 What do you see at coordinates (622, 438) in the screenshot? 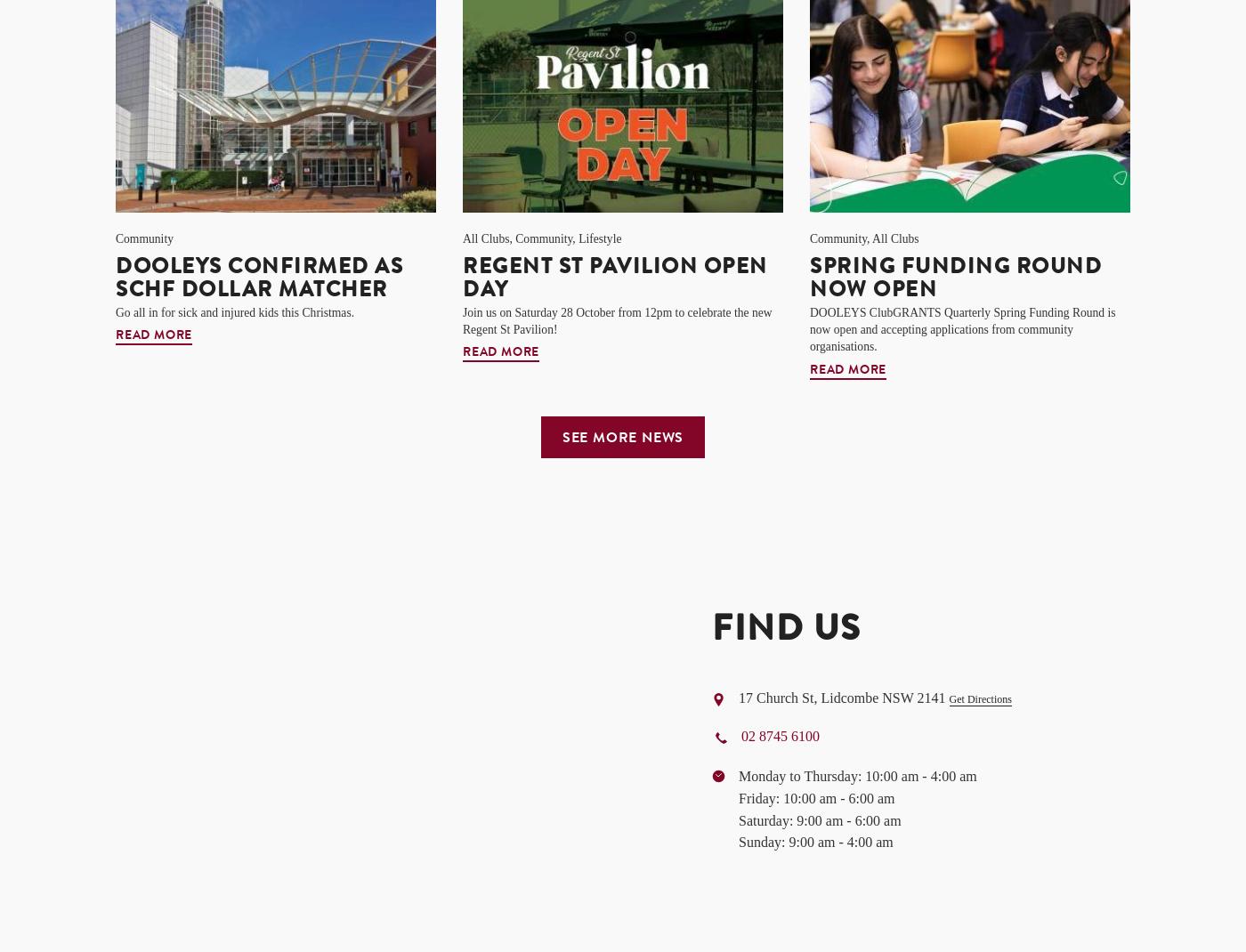
I see `'See more news'` at bounding box center [622, 438].